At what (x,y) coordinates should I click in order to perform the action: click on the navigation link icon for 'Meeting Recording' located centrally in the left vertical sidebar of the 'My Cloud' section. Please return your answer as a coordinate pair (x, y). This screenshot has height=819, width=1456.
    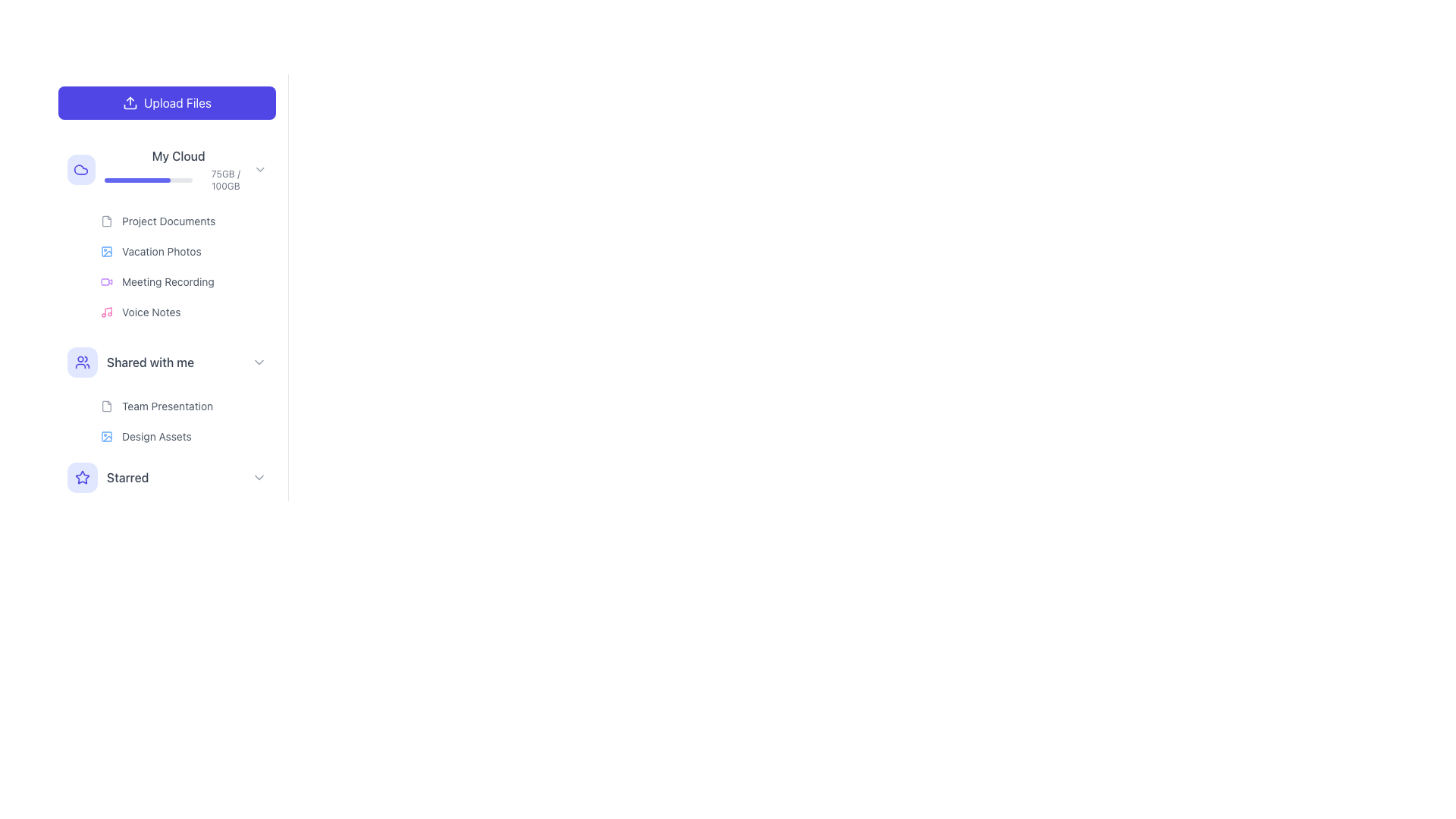
    Looking at the image, I should click on (157, 281).